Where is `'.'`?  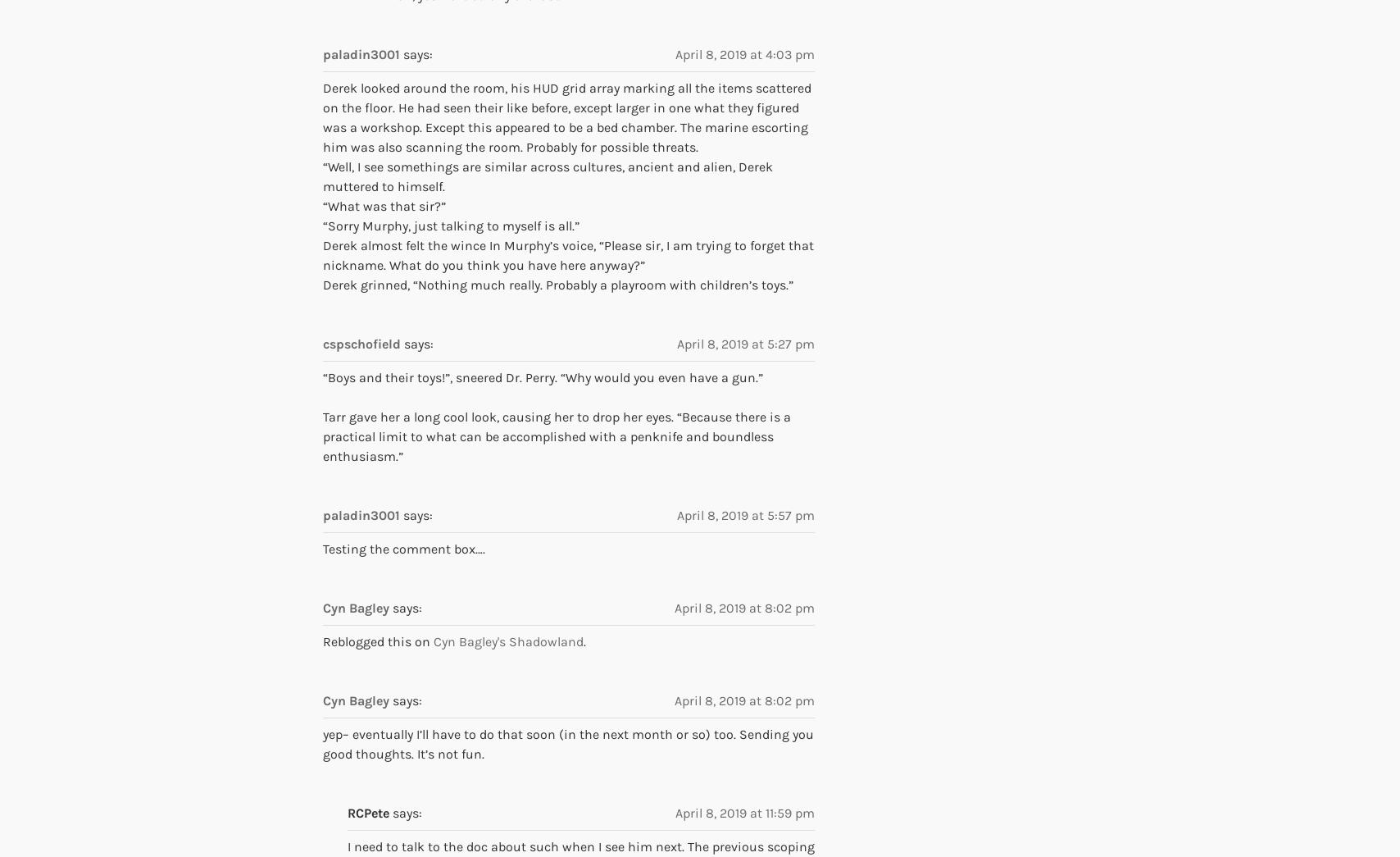 '.' is located at coordinates (584, 640).